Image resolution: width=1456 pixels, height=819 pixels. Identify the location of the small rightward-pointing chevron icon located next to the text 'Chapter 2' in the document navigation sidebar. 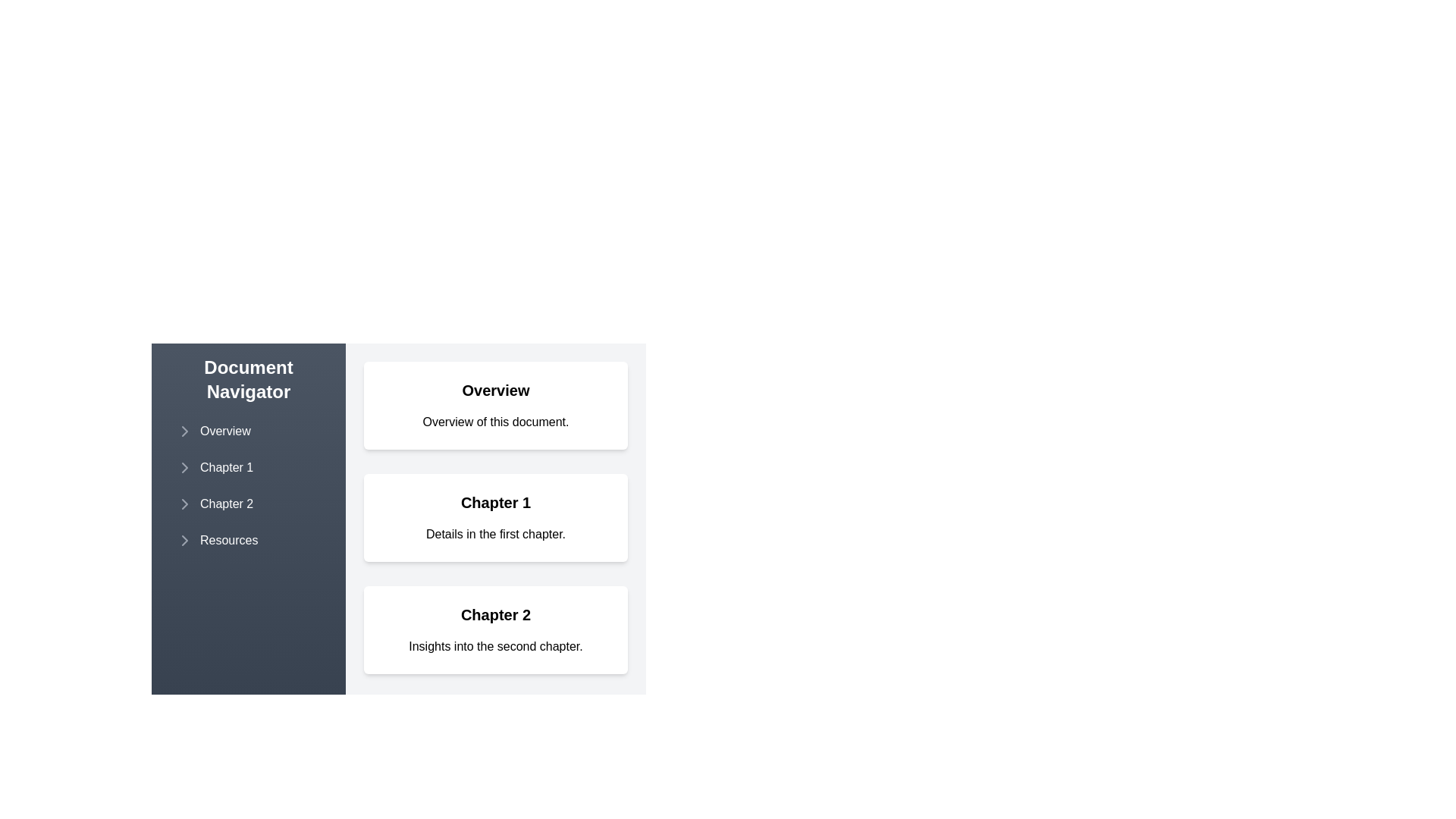
(184, 504).